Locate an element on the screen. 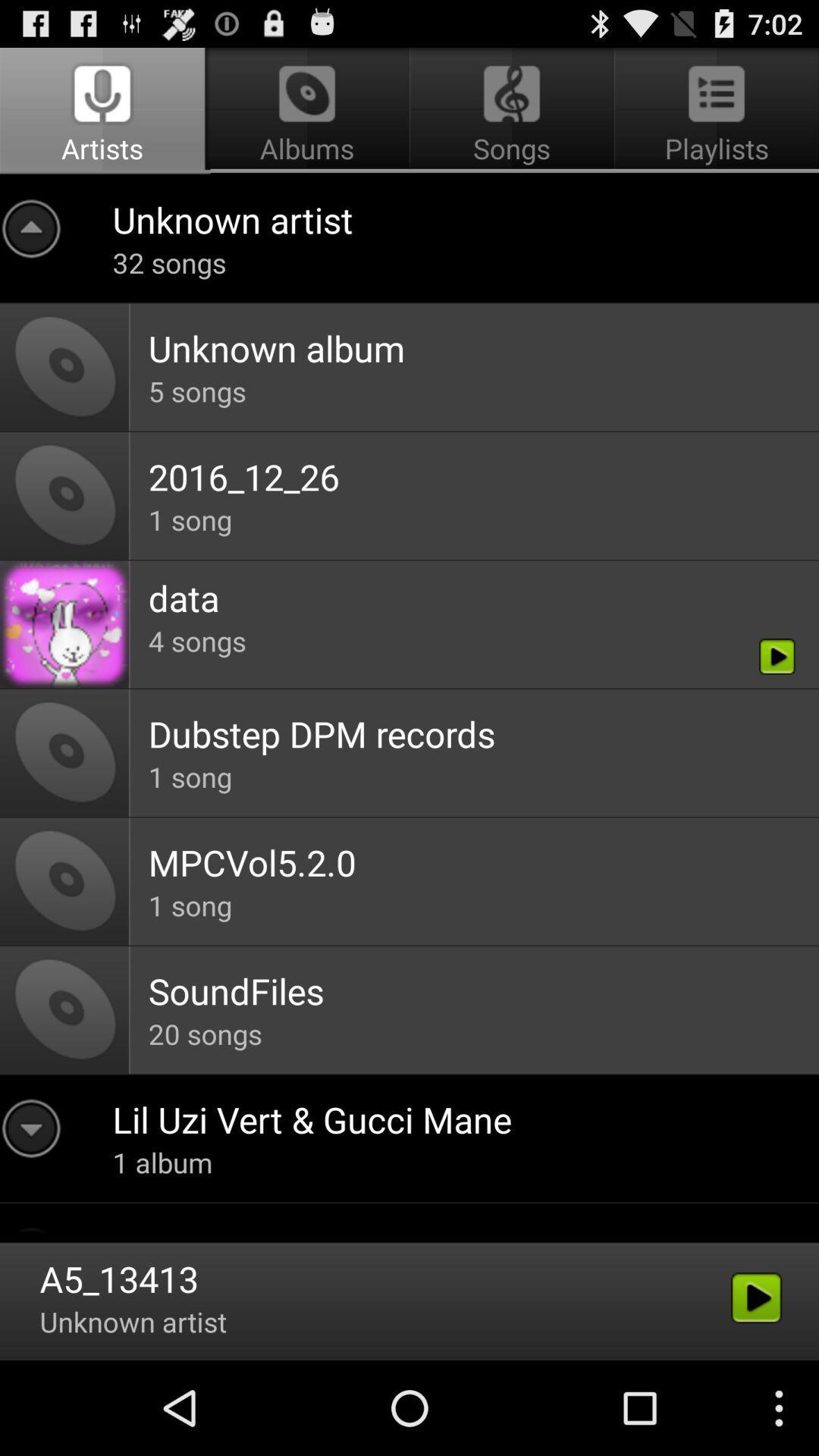 The image size is (819, 1456). the button which is next to the songs is located at coordinates (714, 111).